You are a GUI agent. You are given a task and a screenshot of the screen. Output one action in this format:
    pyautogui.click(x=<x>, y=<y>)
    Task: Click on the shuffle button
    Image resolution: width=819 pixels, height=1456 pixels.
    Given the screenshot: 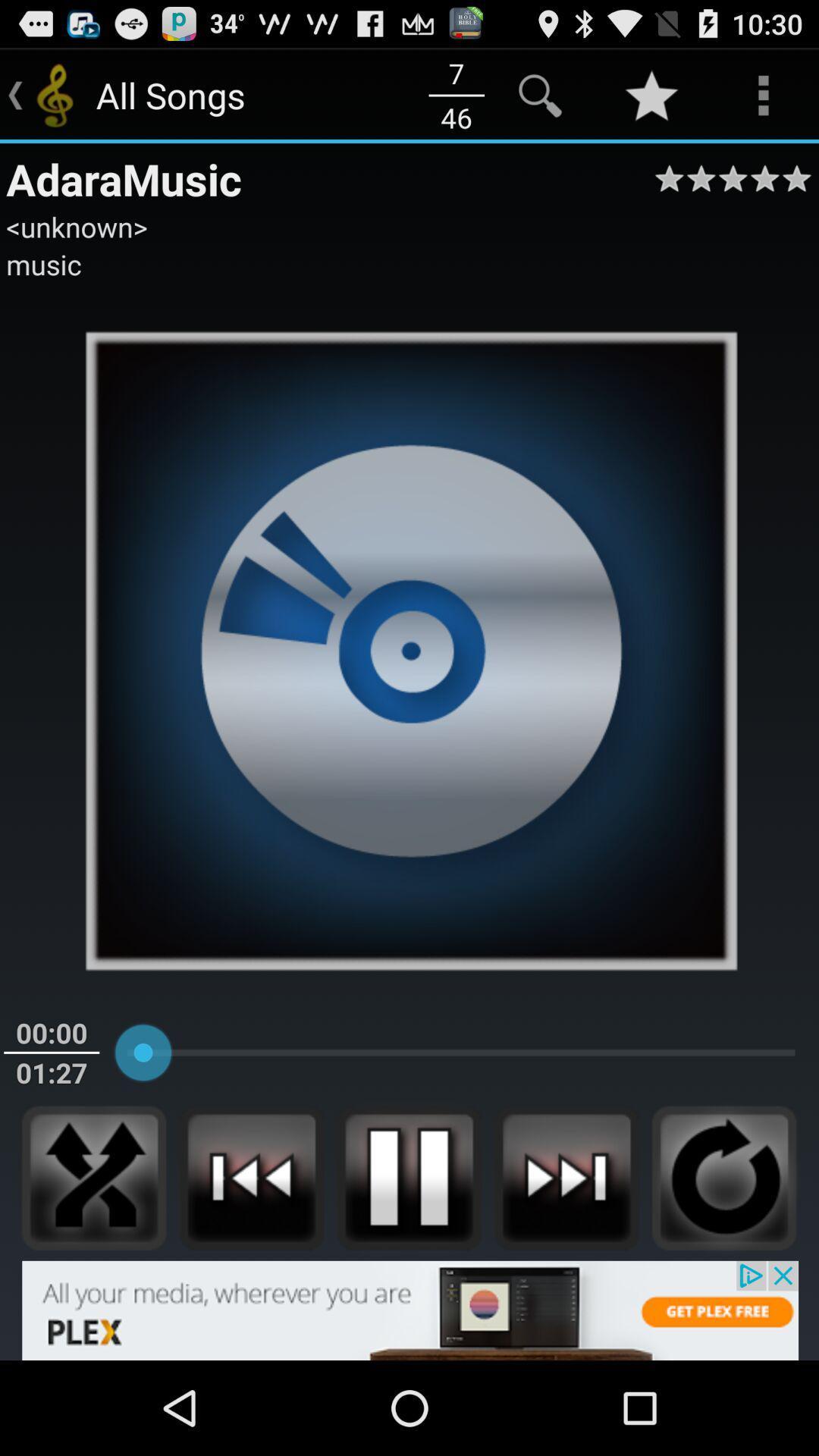 What is the action you would take?
    pyautogui.click(x=94, y=1177)
    